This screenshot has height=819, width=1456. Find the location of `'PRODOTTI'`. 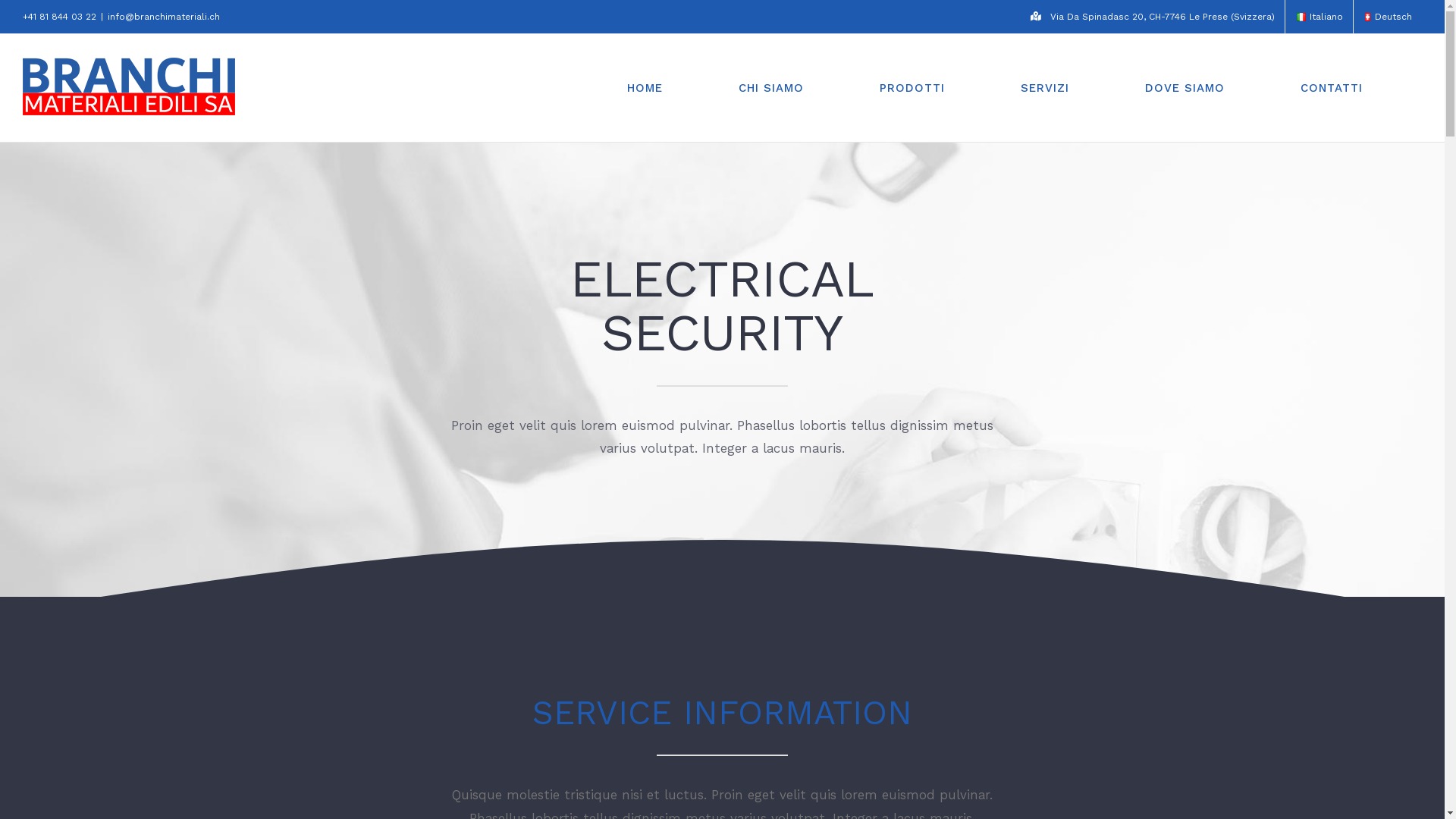

'PRODOTTI' is located at coordinates (862, 87).